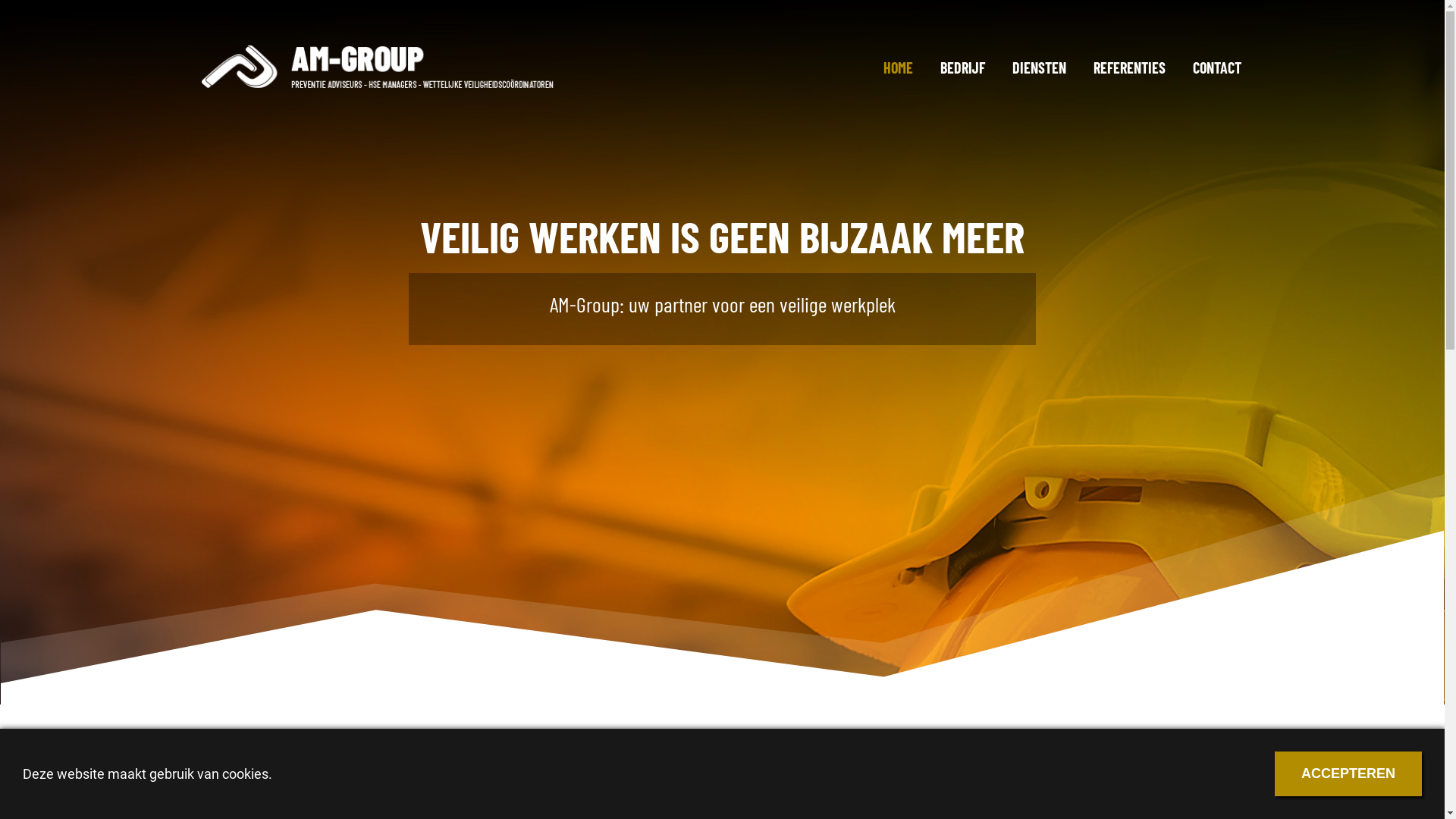 The height and width of the screenshot is (819, 1456). I want to click on 'REFERENTIES', so click(1080, 66).